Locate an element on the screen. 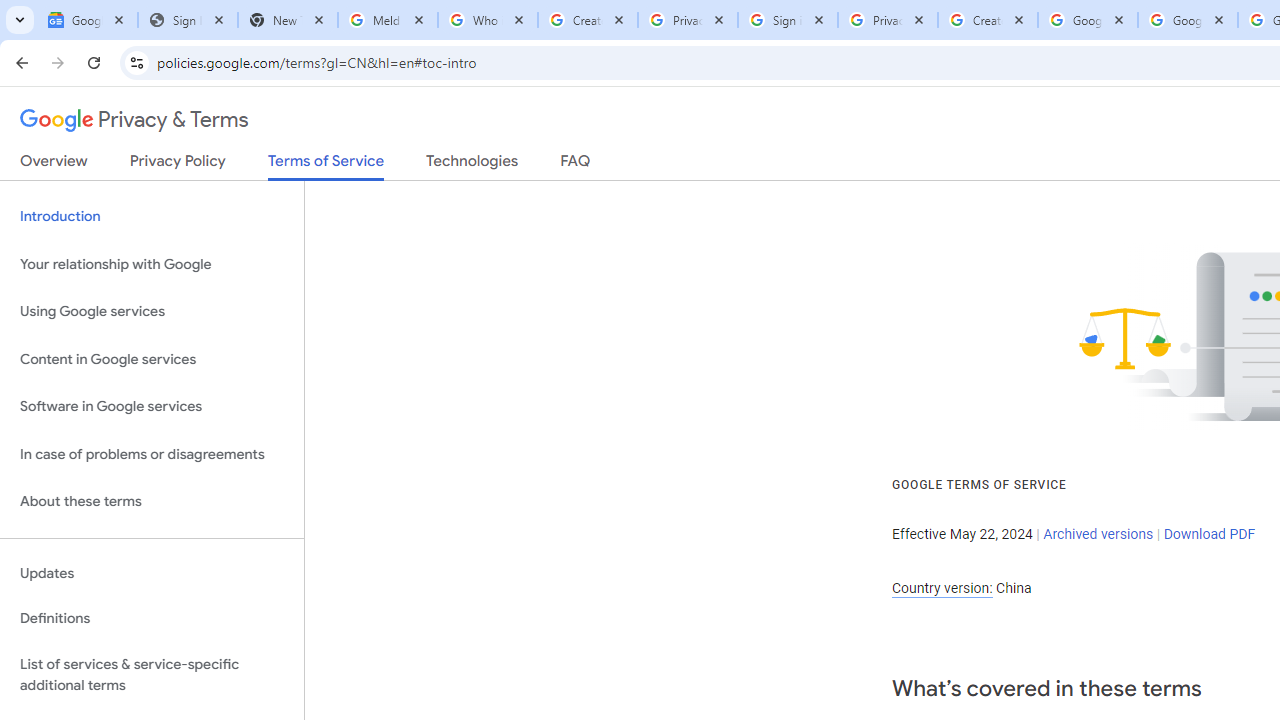  'Software in Google services' is located at coordinates (151, 406).